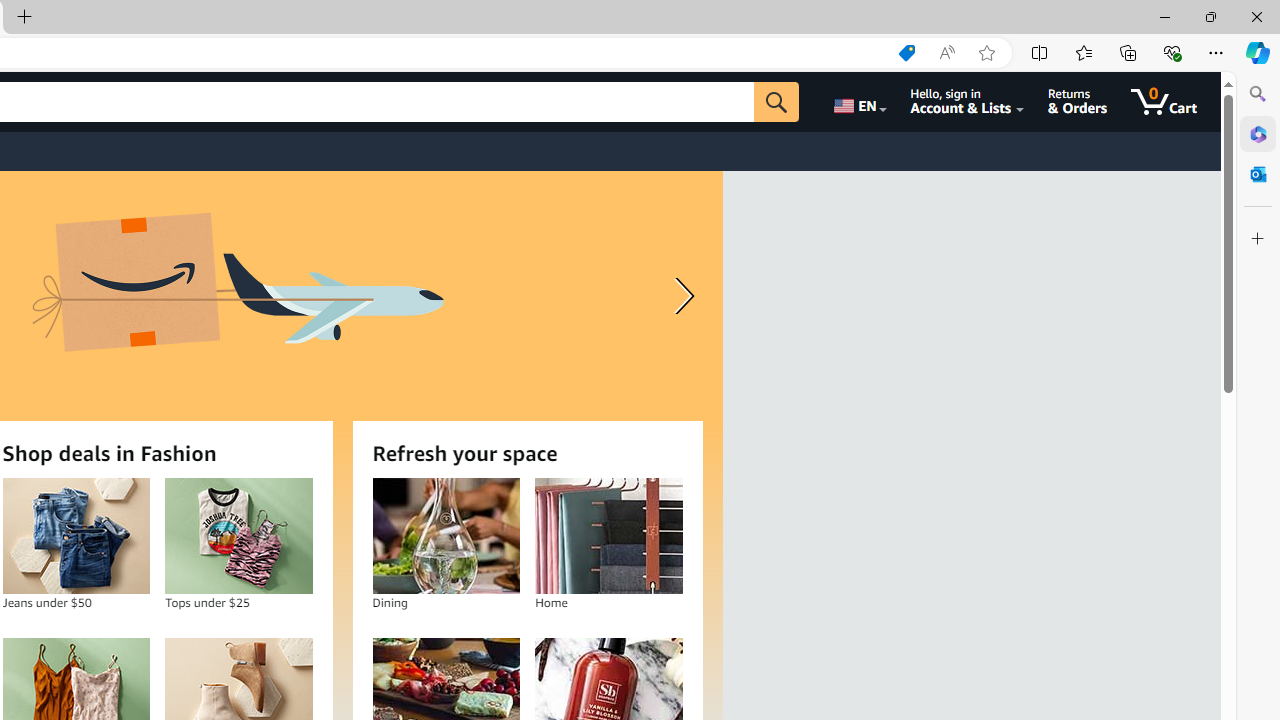 Image resolution: width=1280 pixels, height=720 pixels. What do you see at coordinates (775, 101) in the screenshot?
I see `'Go'` at bounding box center [775, 101].